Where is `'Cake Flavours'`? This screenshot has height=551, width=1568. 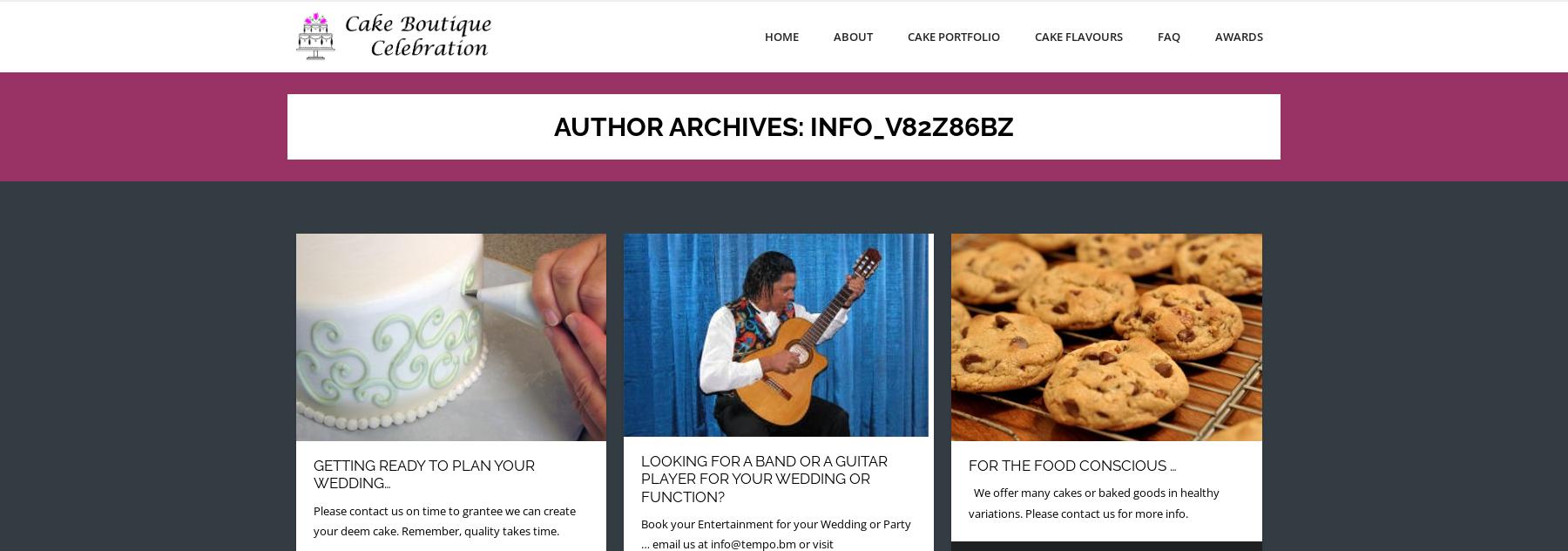
'Cake Flavours' is located at coordinates (1078, 36).